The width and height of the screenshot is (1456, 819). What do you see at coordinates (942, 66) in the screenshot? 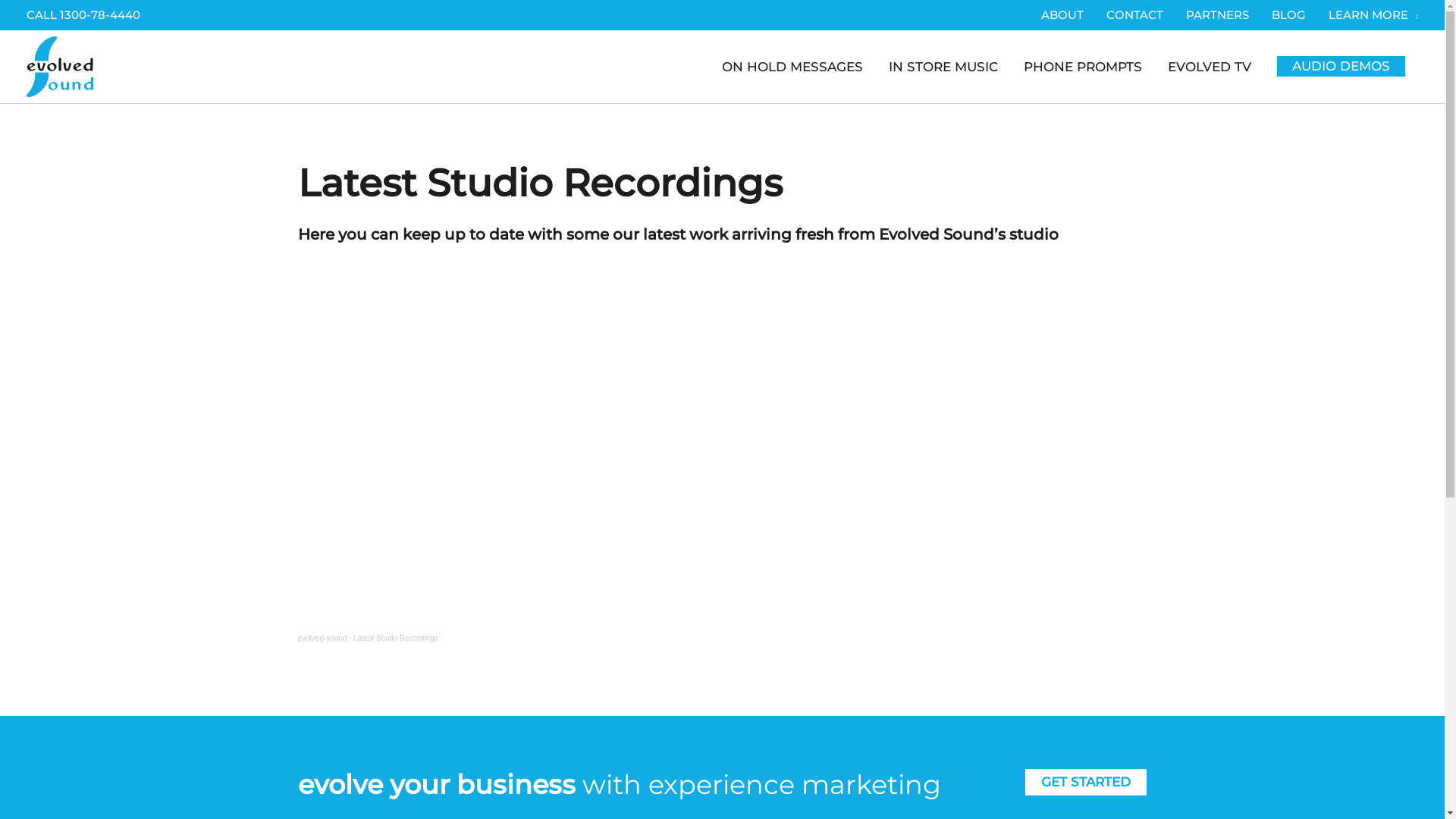
I see `'IN STORE MUSIC'` at bounding box center [942, 66].